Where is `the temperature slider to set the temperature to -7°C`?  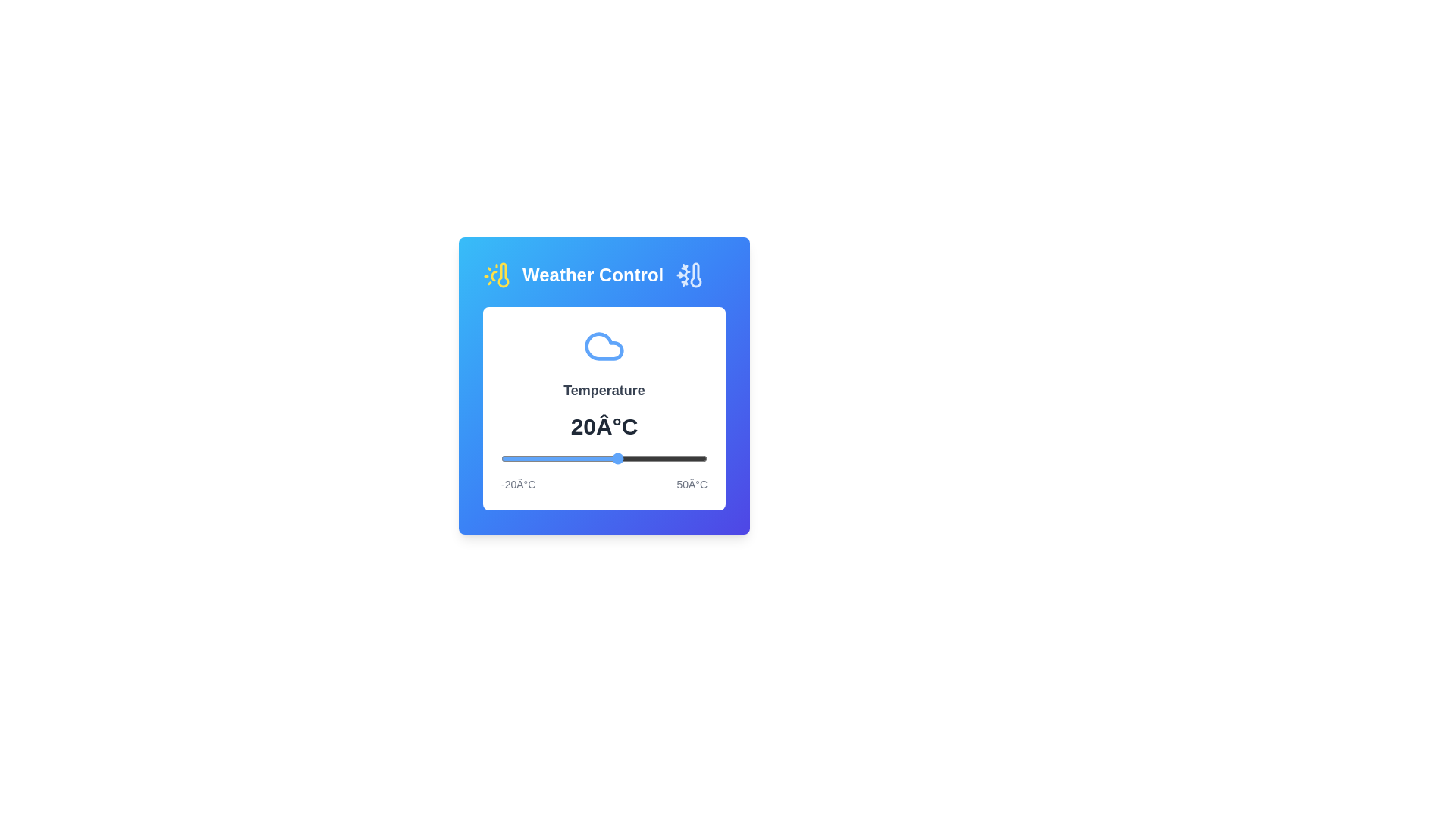 the temperature slider to set the temperature to -7°C is located at coordinates (539, 458).